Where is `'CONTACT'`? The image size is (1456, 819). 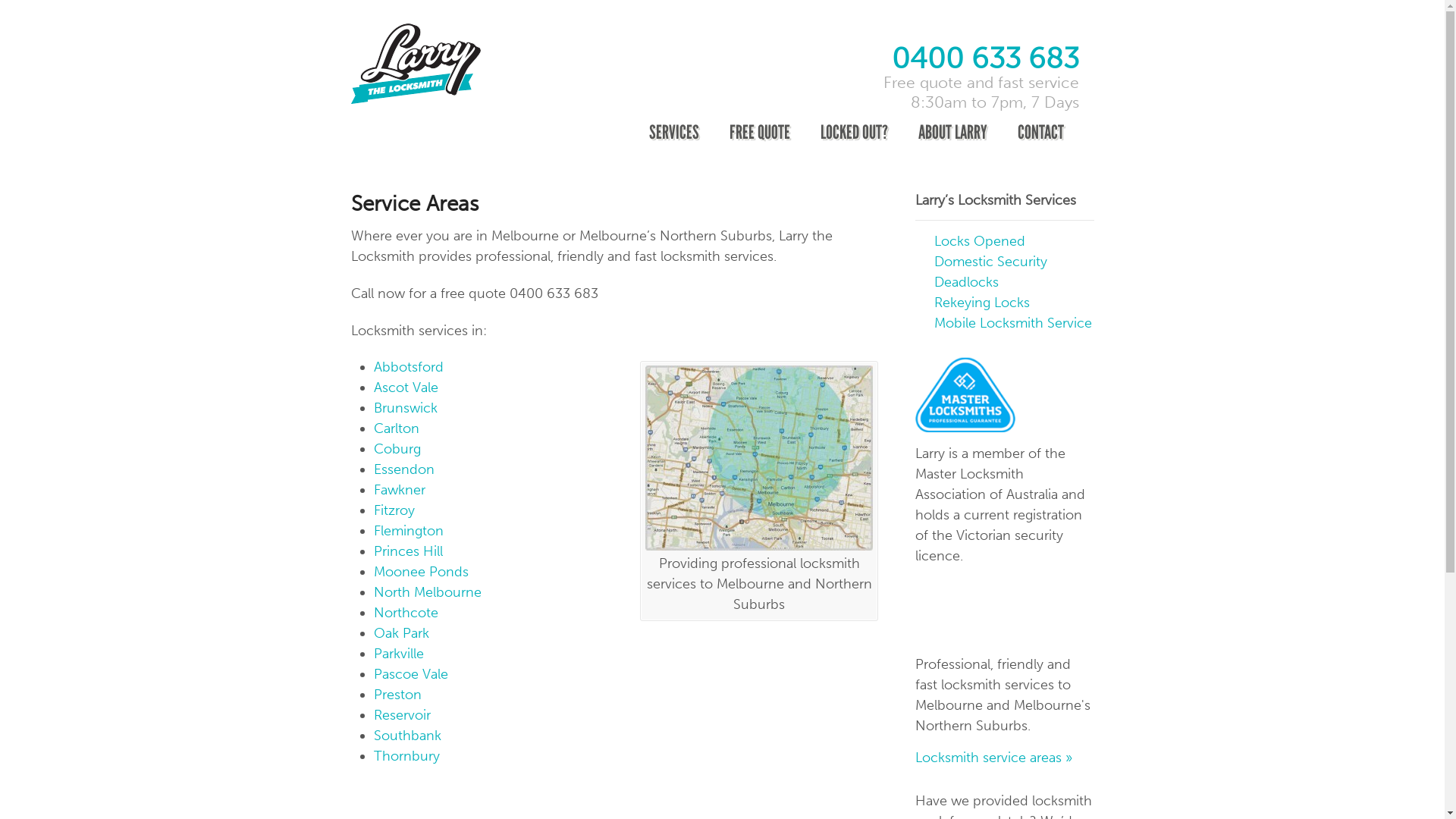
'CONTACT' is located at coordinates (1002, 131).